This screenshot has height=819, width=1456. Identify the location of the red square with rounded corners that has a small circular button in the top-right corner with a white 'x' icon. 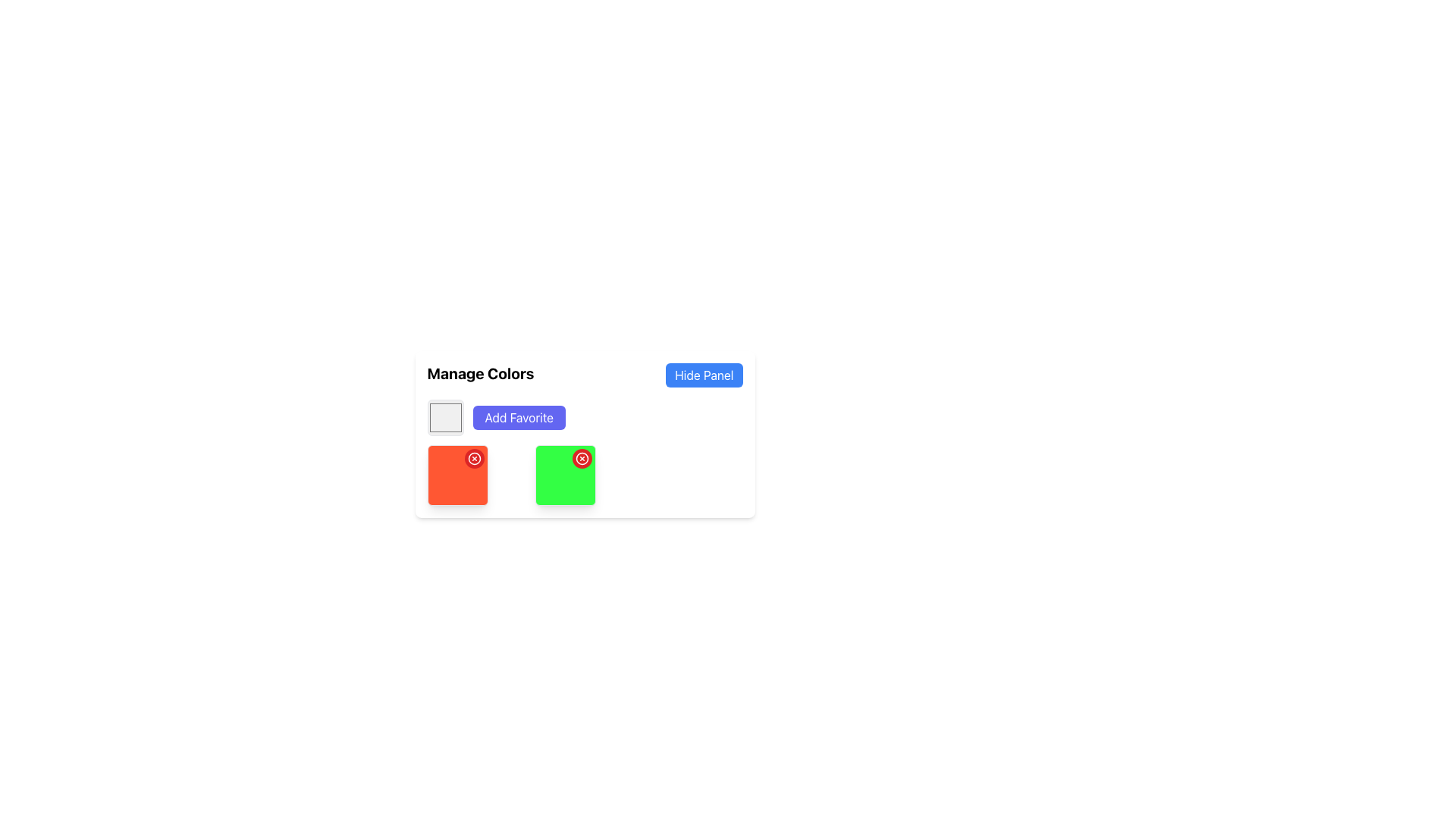
(457, 475).